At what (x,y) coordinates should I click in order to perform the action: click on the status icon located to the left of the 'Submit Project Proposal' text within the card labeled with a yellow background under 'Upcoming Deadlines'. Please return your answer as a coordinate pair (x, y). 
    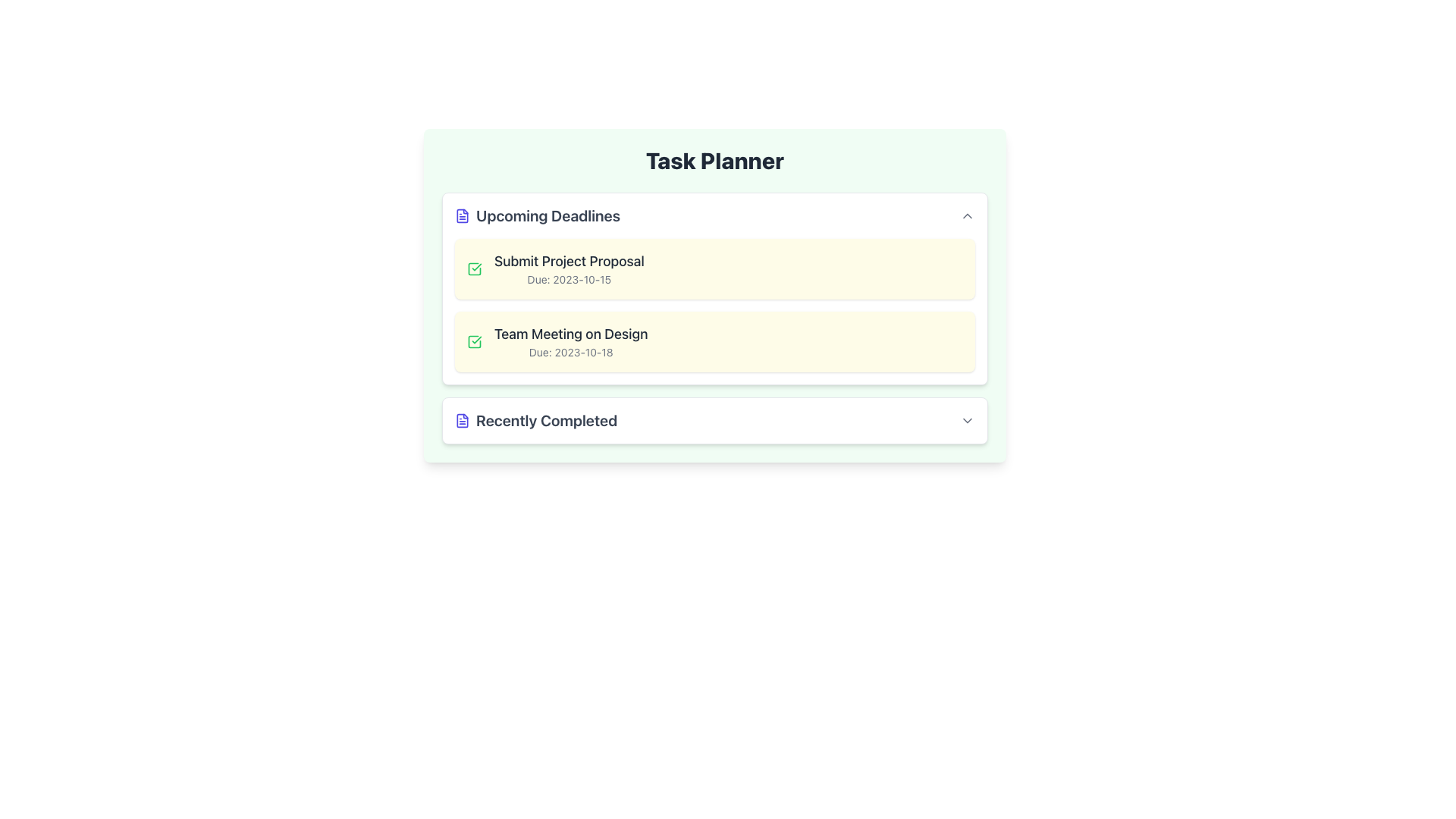
    Looking at the image, I should click on (473, 268).